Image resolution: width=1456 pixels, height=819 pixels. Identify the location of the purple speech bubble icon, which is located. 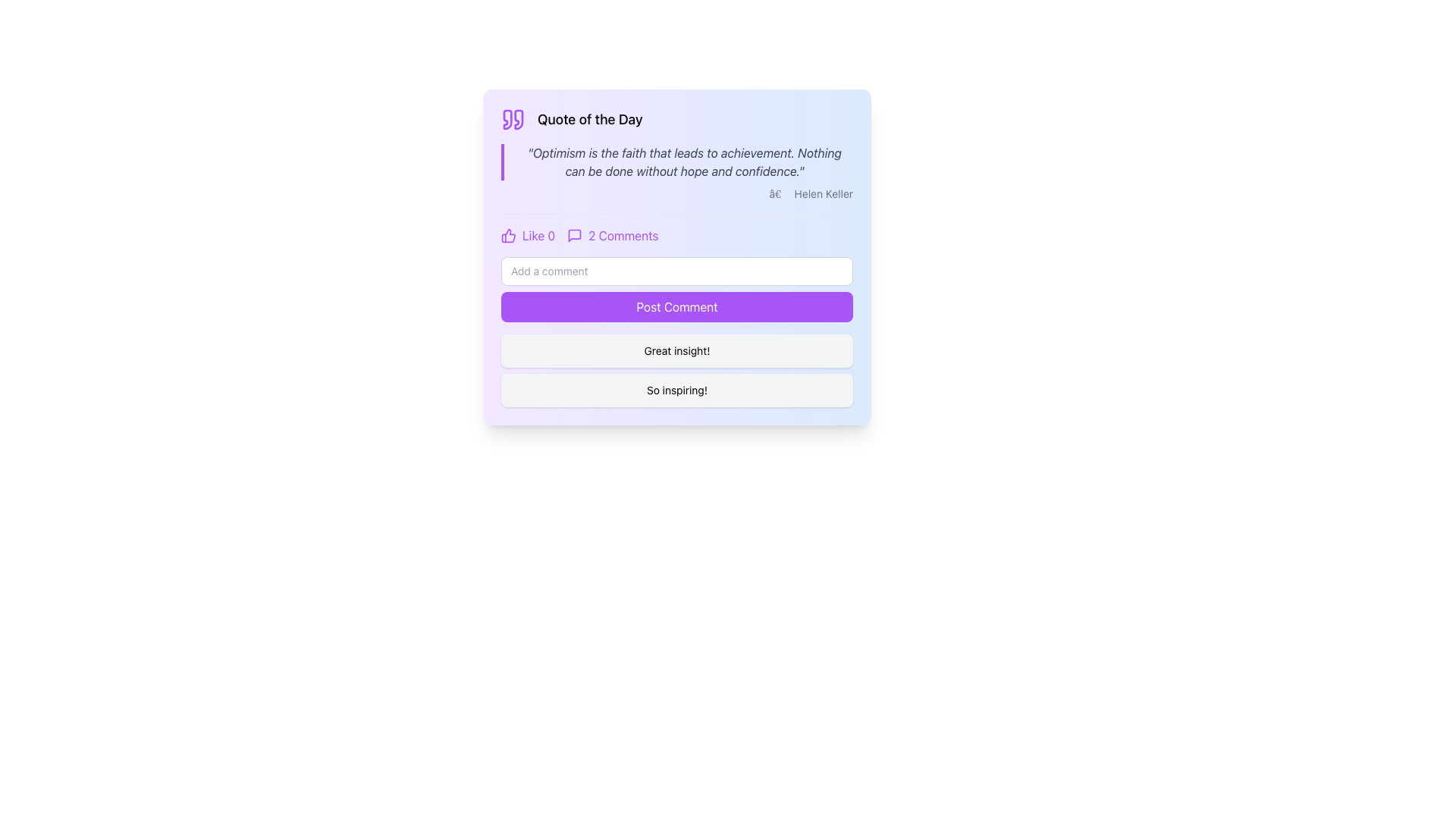
(574, 236).